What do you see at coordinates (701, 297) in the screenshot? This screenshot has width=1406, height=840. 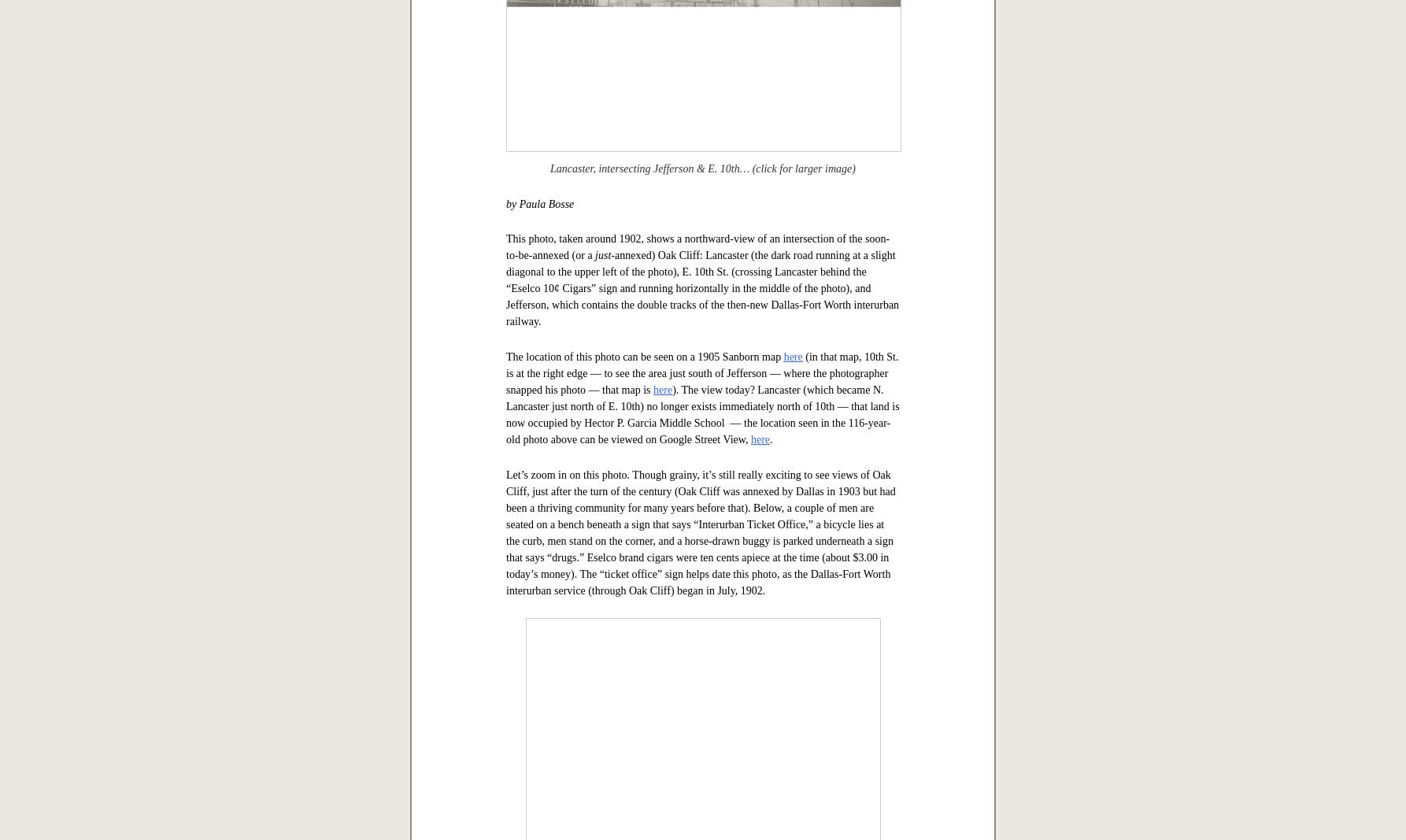 I see `'October 13, 2018'` at bounding box center [701, 297].